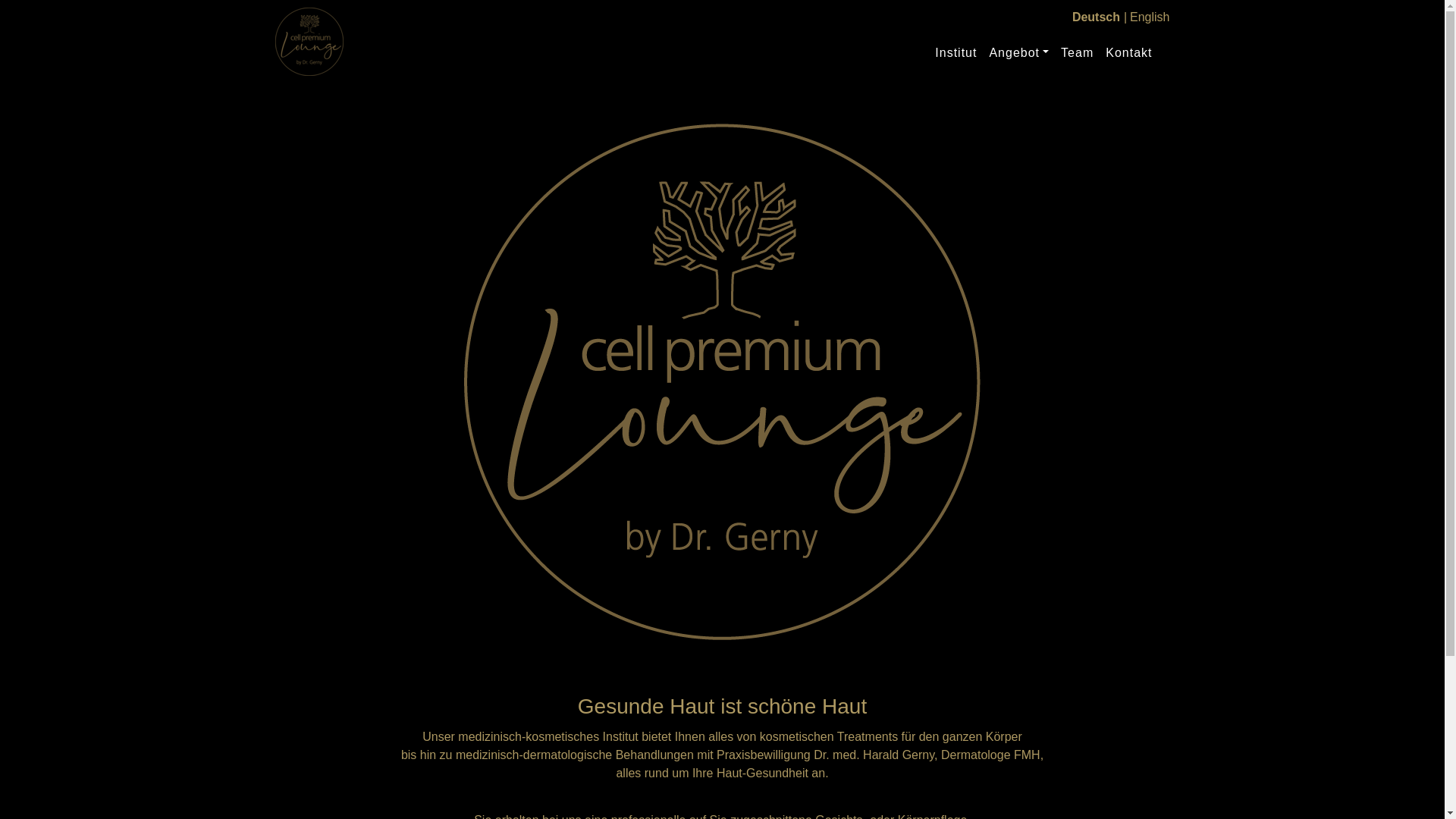 Image resolution: width=1456 pixels, height=819 pixels. I want to click on 'Institut', so click(955, 52).